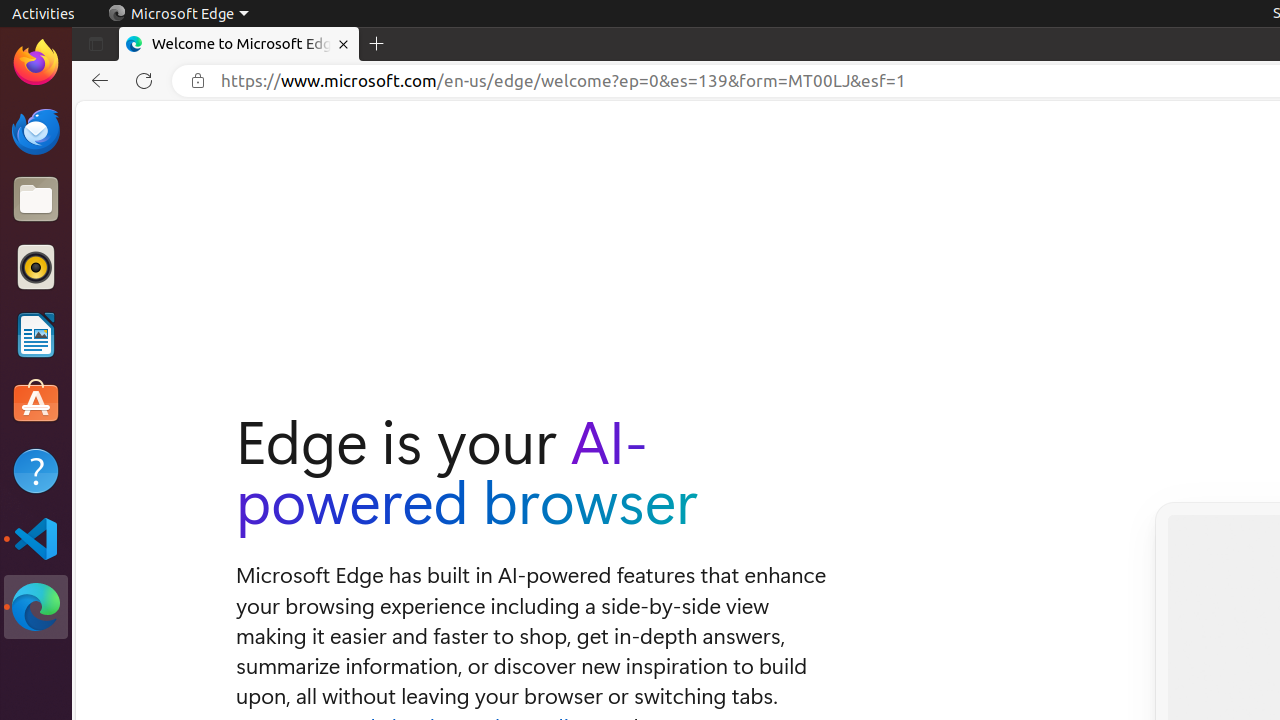 The height and width of the screenshot is (720, 1280). Describe the element at coordinates (178, 13) in the screenshot. I see `'Microsoft Edge'` at that location.